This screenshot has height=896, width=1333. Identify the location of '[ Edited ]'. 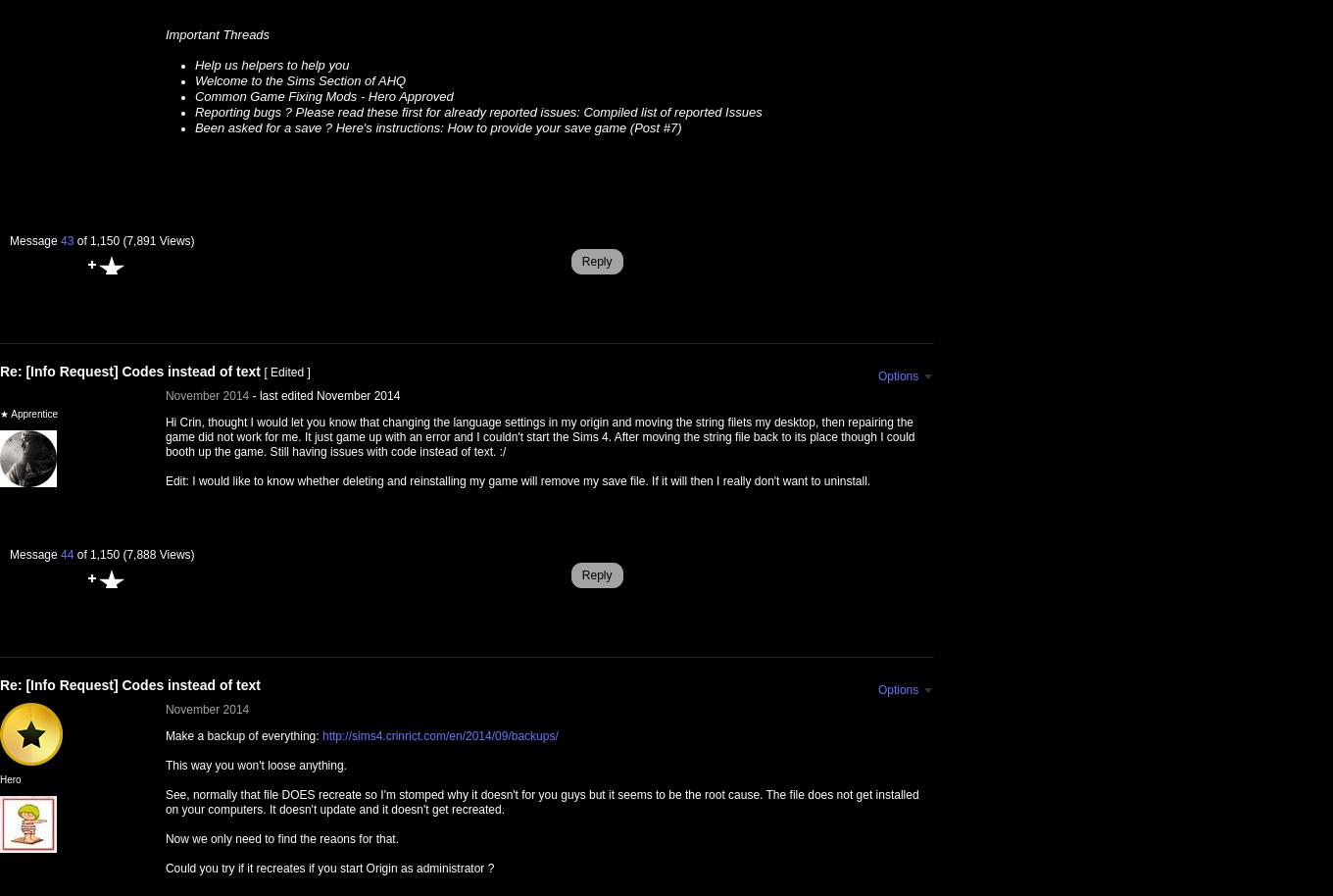
(264, 373).